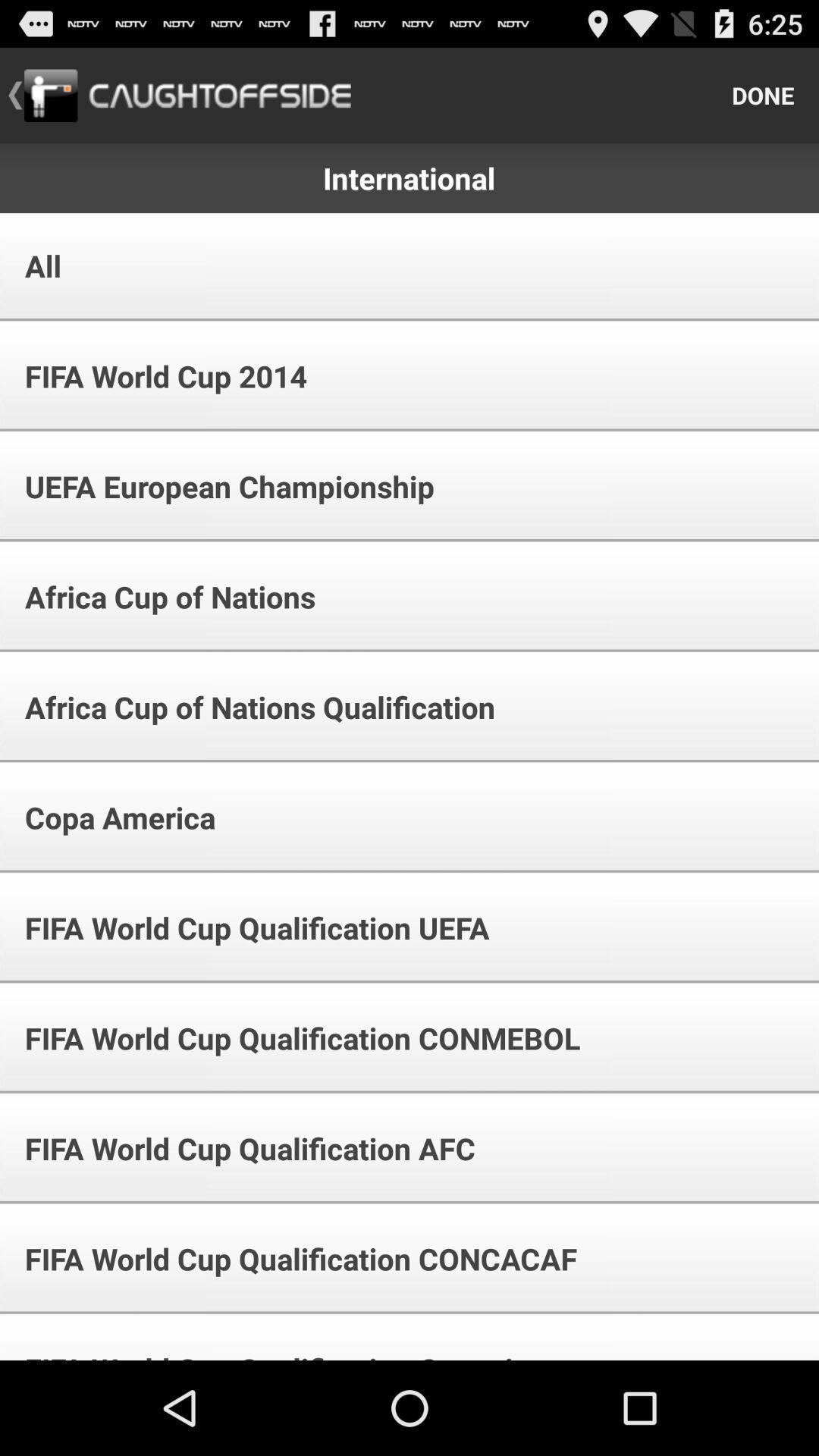 This screenshot has width=819, height=1456. What do you see at coordinates (109, 817) in the screenshot?
I see `the icon below africa cup of item` at bounding box center [109, 817].